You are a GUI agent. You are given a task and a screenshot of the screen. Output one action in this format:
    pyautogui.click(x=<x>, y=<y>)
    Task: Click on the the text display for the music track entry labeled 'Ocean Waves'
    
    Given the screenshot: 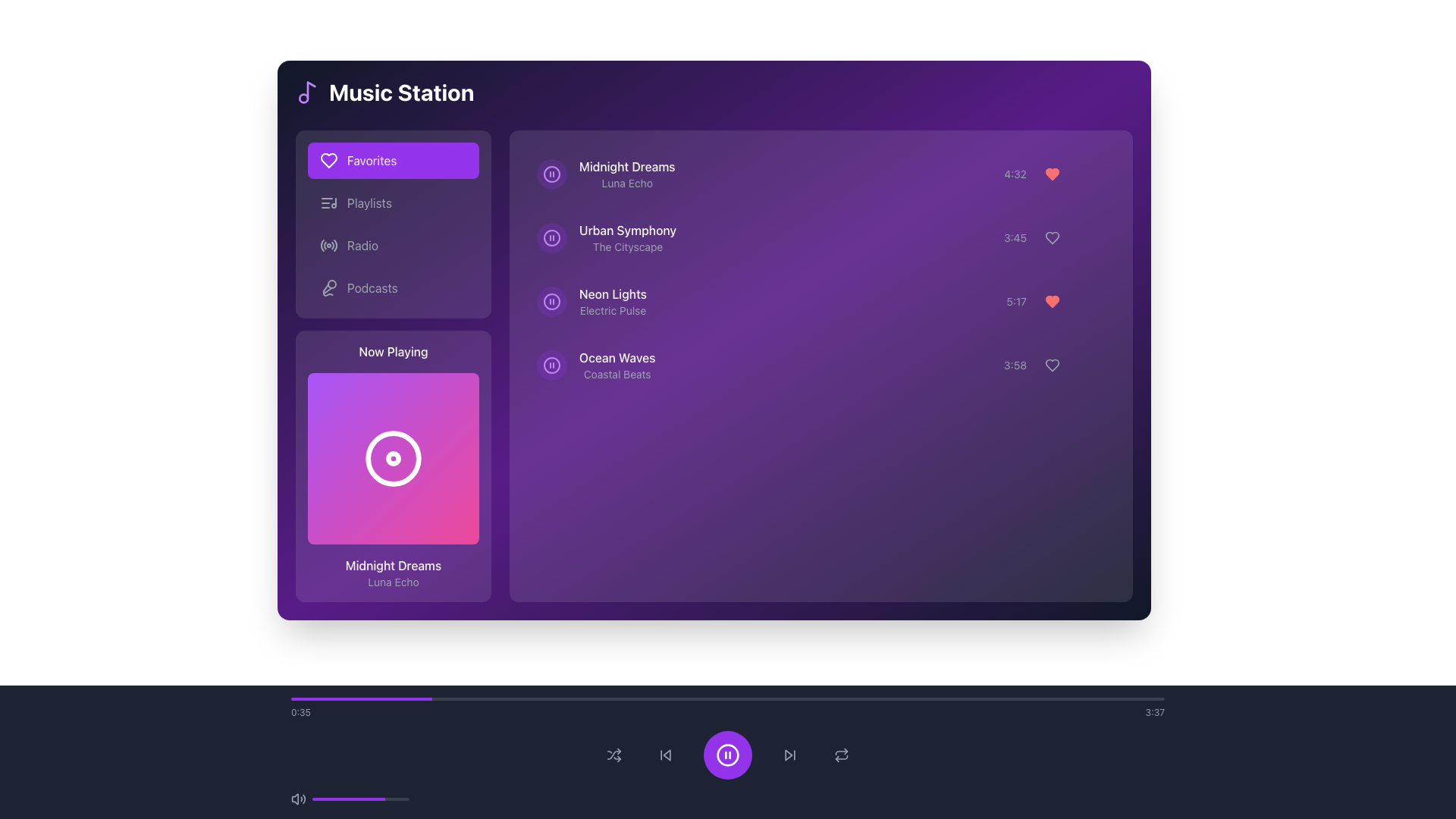 What is the action you would take?
    pyautogui.click(x=595, y=366)
    